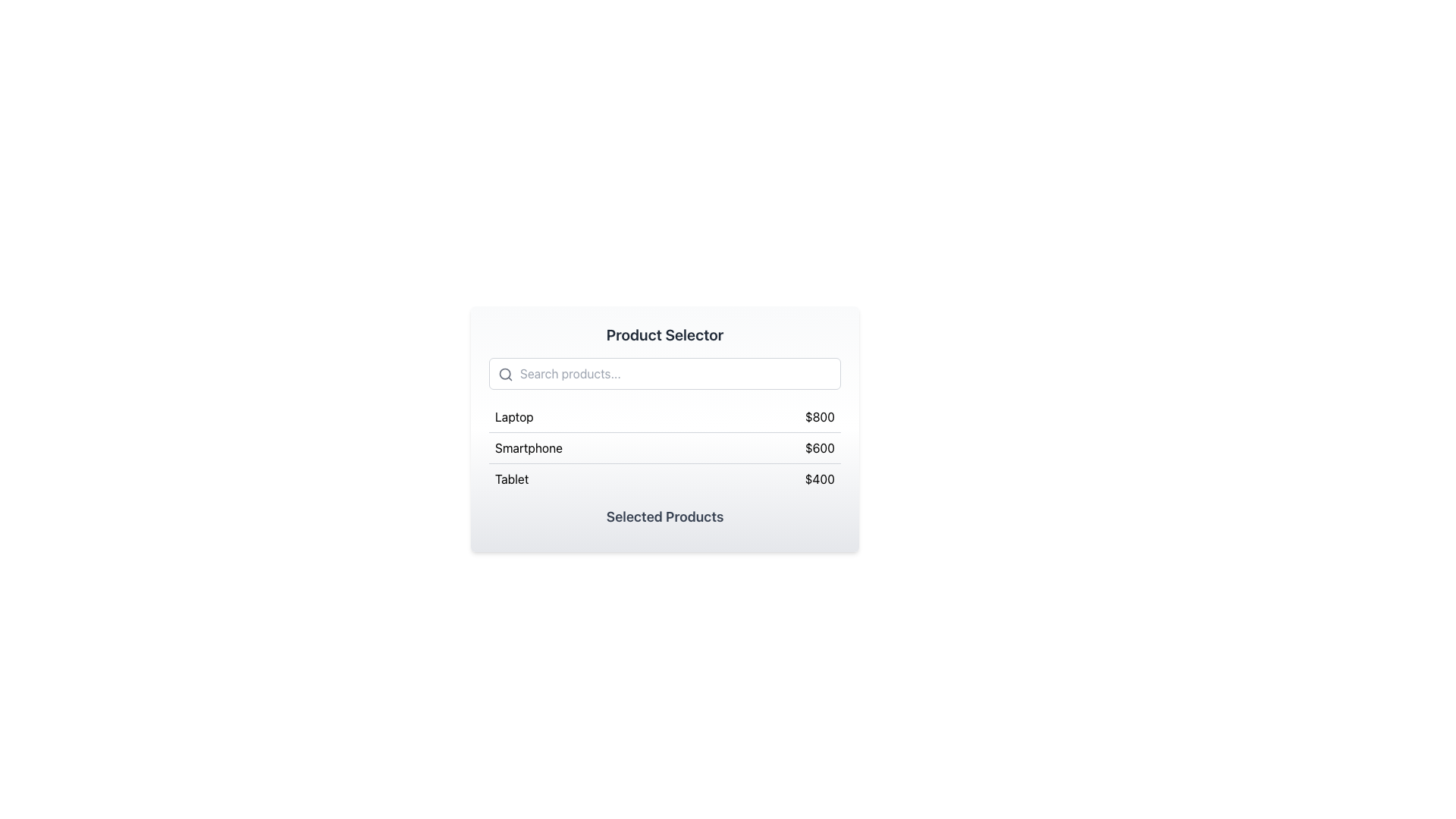 Image resolution: width=1456 pixels, height=819 pixels. What do you see at coordinates (512, 479) in the screenshot?
I see `the product label located in the third row of the list, positioned to the left of the price '$400'` at bounding box center [512, 479].